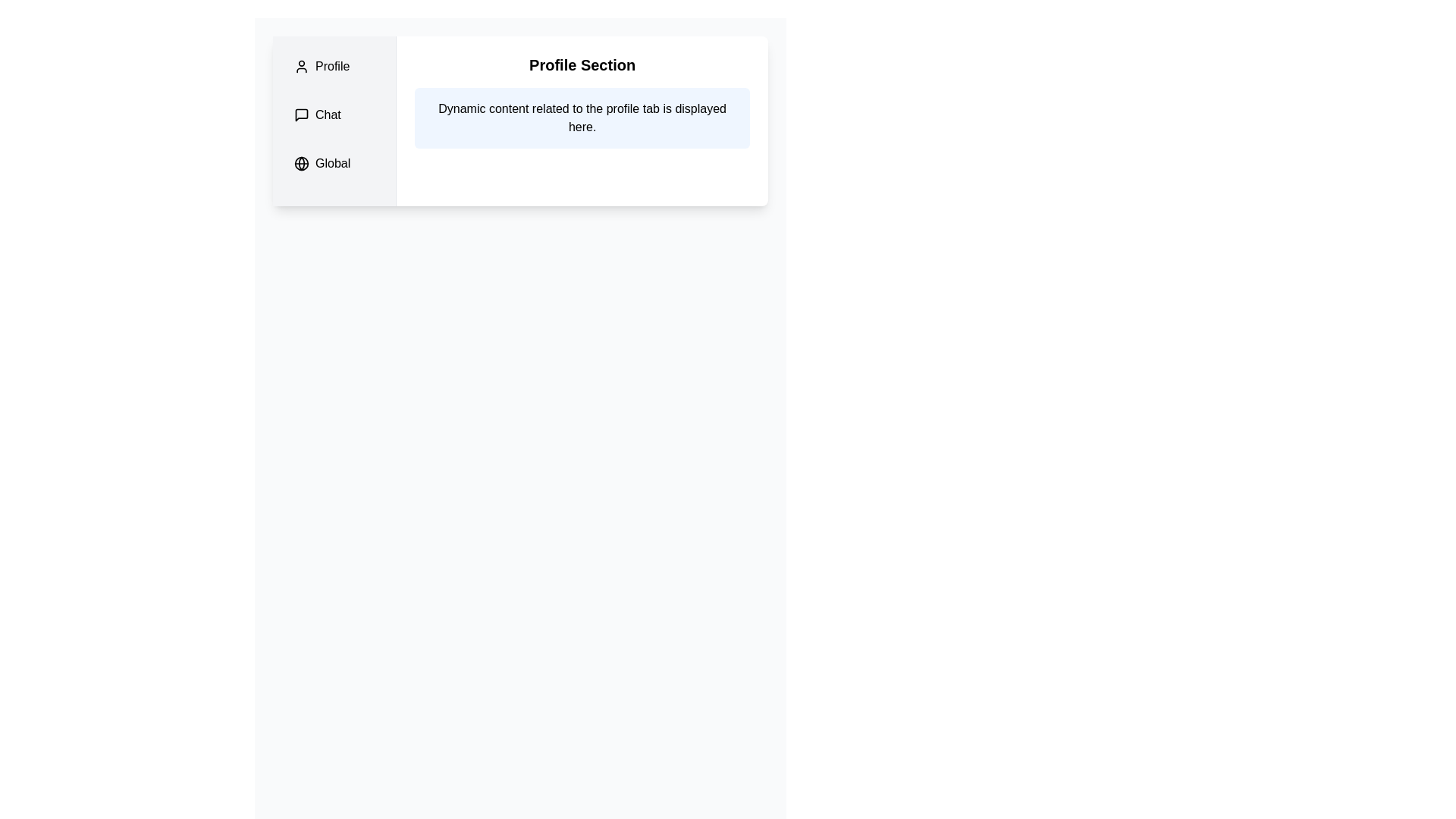 Image resolution: width=1456 pixels, height=819 pixels. What do you see at coordinates (302, 164) in the screenshot?
I see `the circular element representing the external part of the globe icon located in the left sidebar, positioned between 'Chat' and 'Profile'` at bounding box center [302, 164].